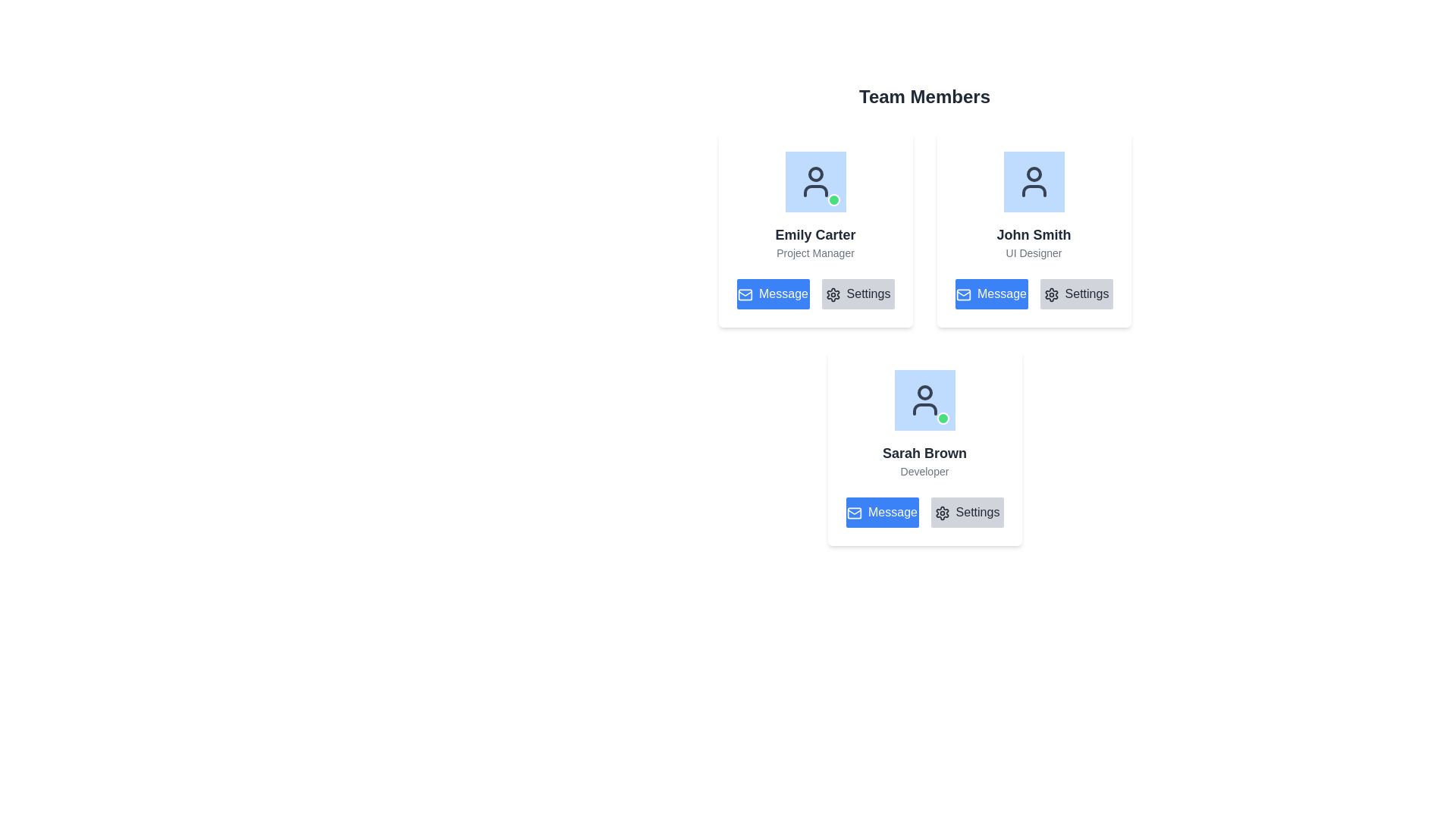 This screenshot has height=819, width=1456. Describe the element at coordinates (924, 391) in the screenshot. I see `the circular SVG graphic representing the profile picture of 'Sarah Brown, Developer' located at the bottom-center of the layout` at that location.